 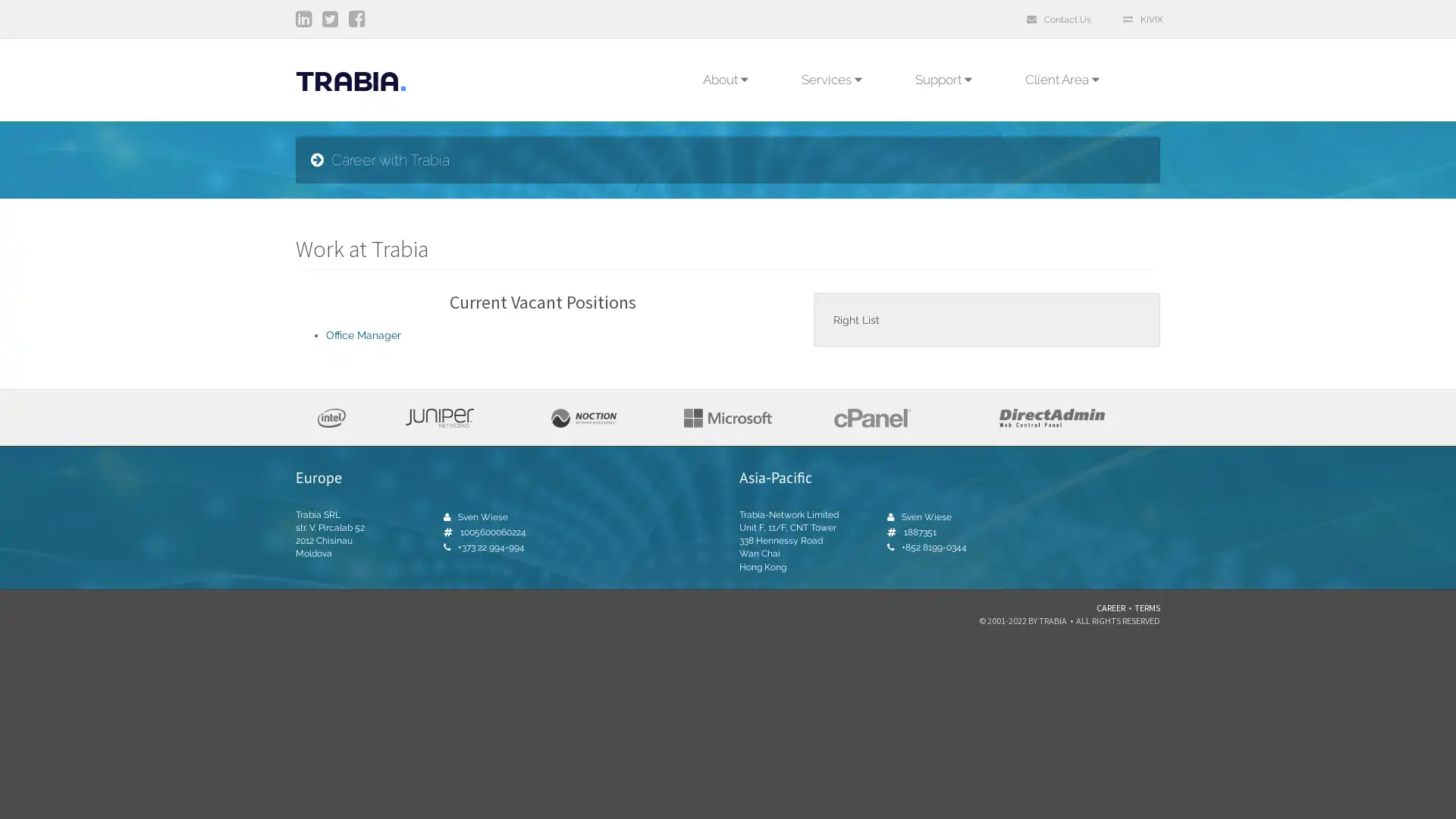 What do you see at coordinates (831, 79) in the screenshot?
I see `Services` at bounding box center [831, 79].